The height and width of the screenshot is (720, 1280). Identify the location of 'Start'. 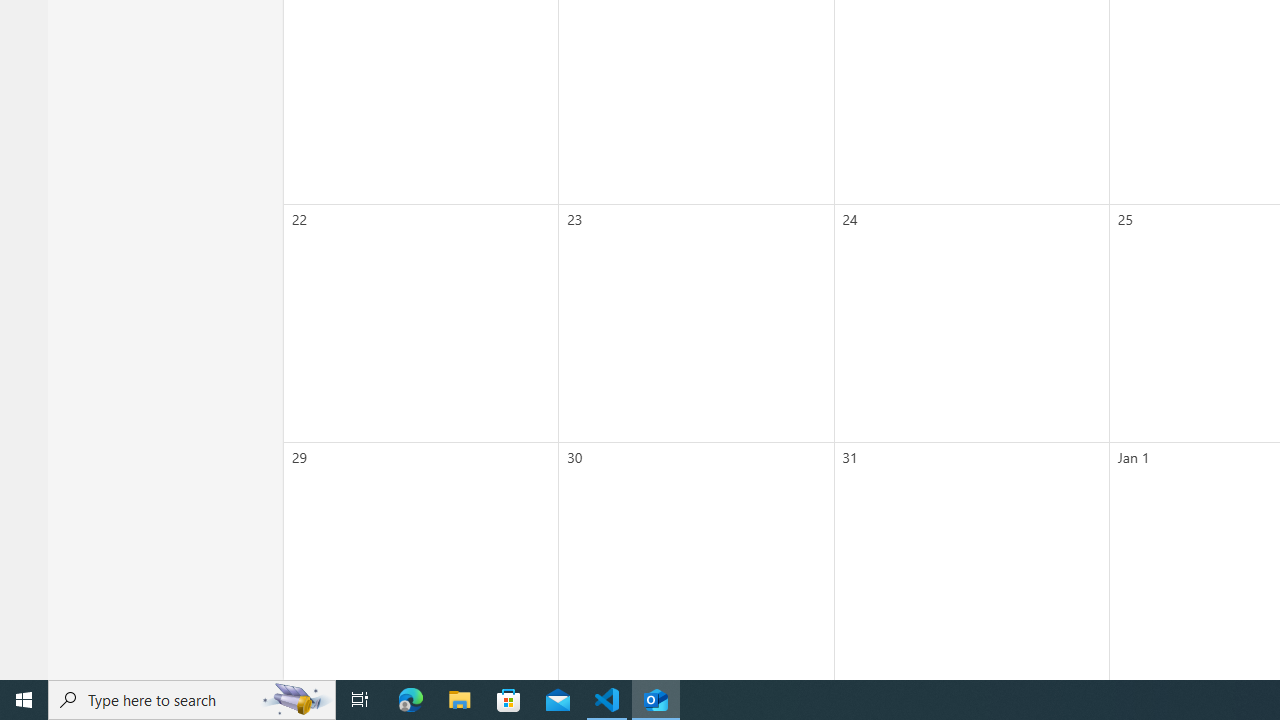
(24, 698).